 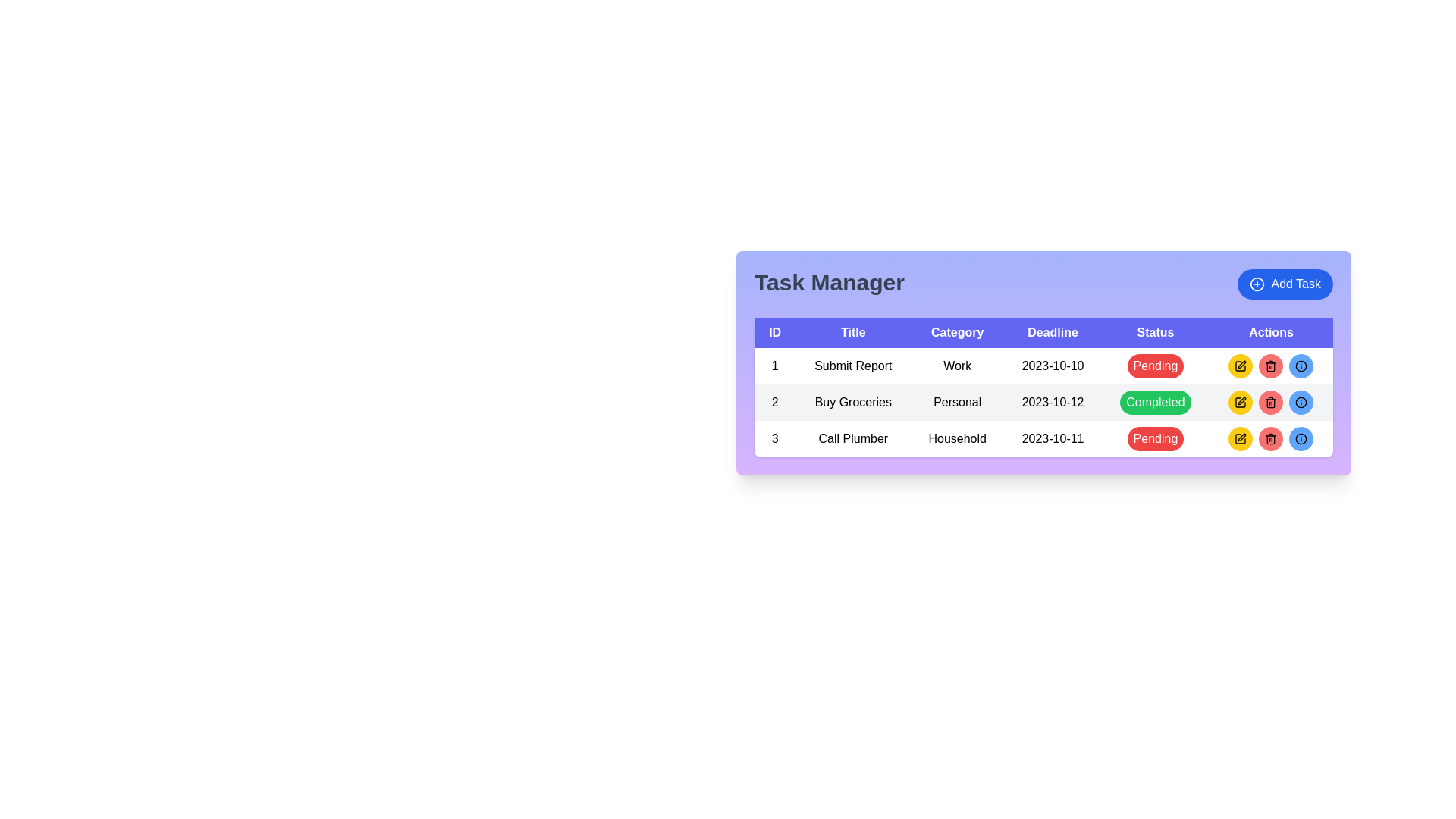 What do you see at coordinates (1271, 332) in the screenshot?
I see `the header cell that labels the column containing action buttons, which is the sixth column header in the table, positioned at the far-right side of the header row` at bounding box center [1271, 332].